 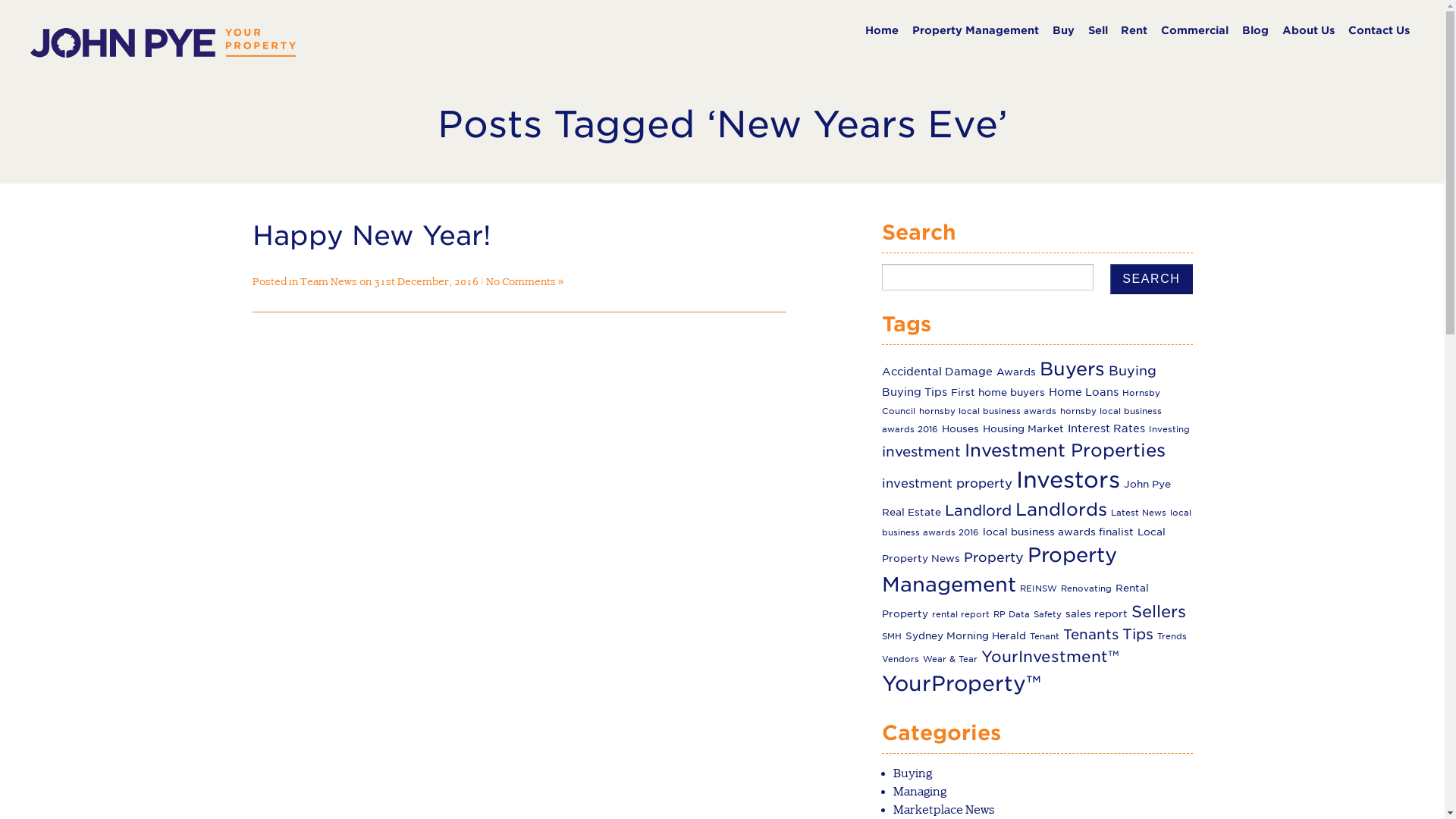 What do you see at coordinates (949, 658) in the screenshot?
I see `'Wear & Tear'` at bounding box center [949, 658].